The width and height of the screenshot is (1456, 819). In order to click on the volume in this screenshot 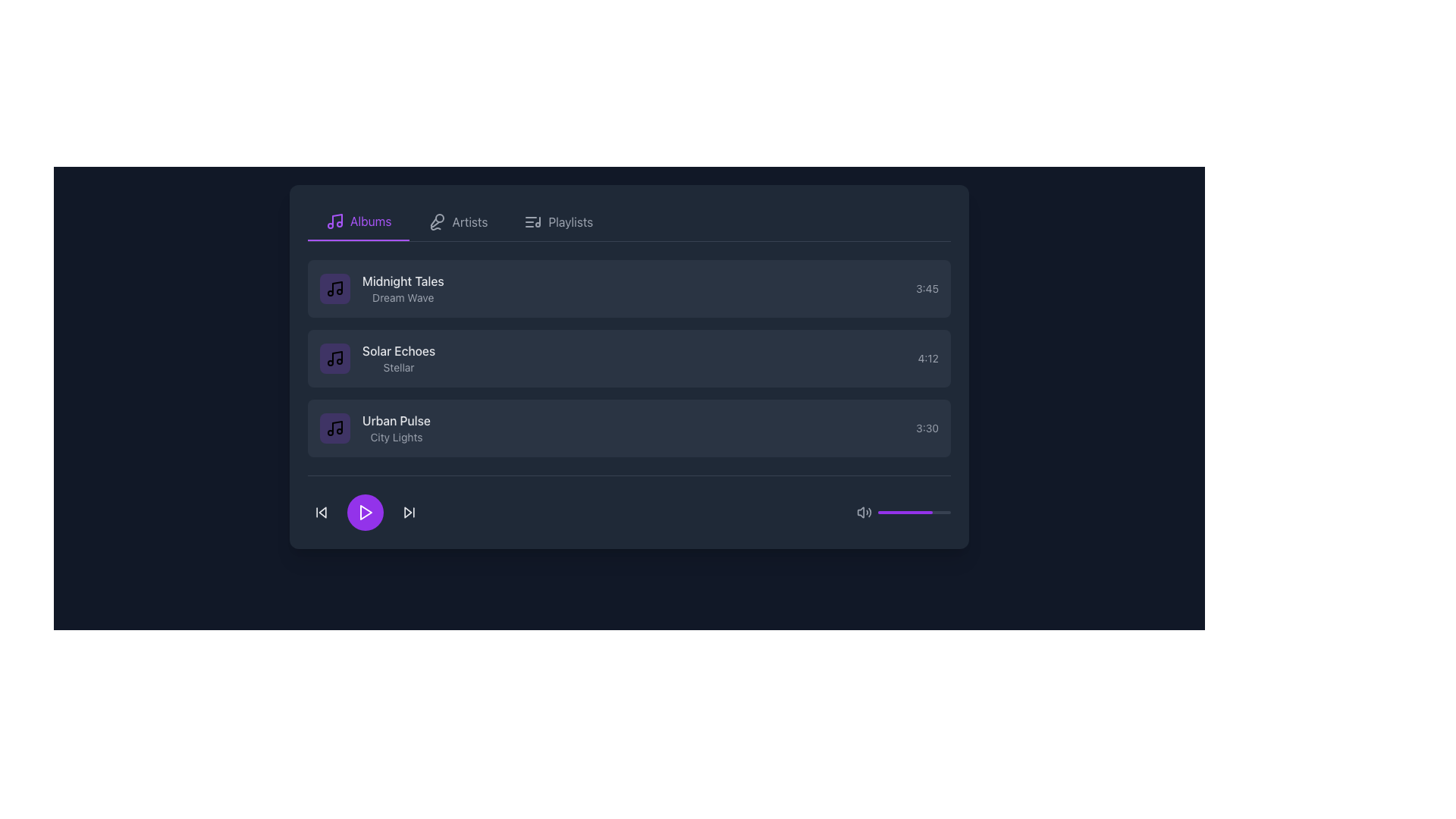, I will do `click(903, 512)`.